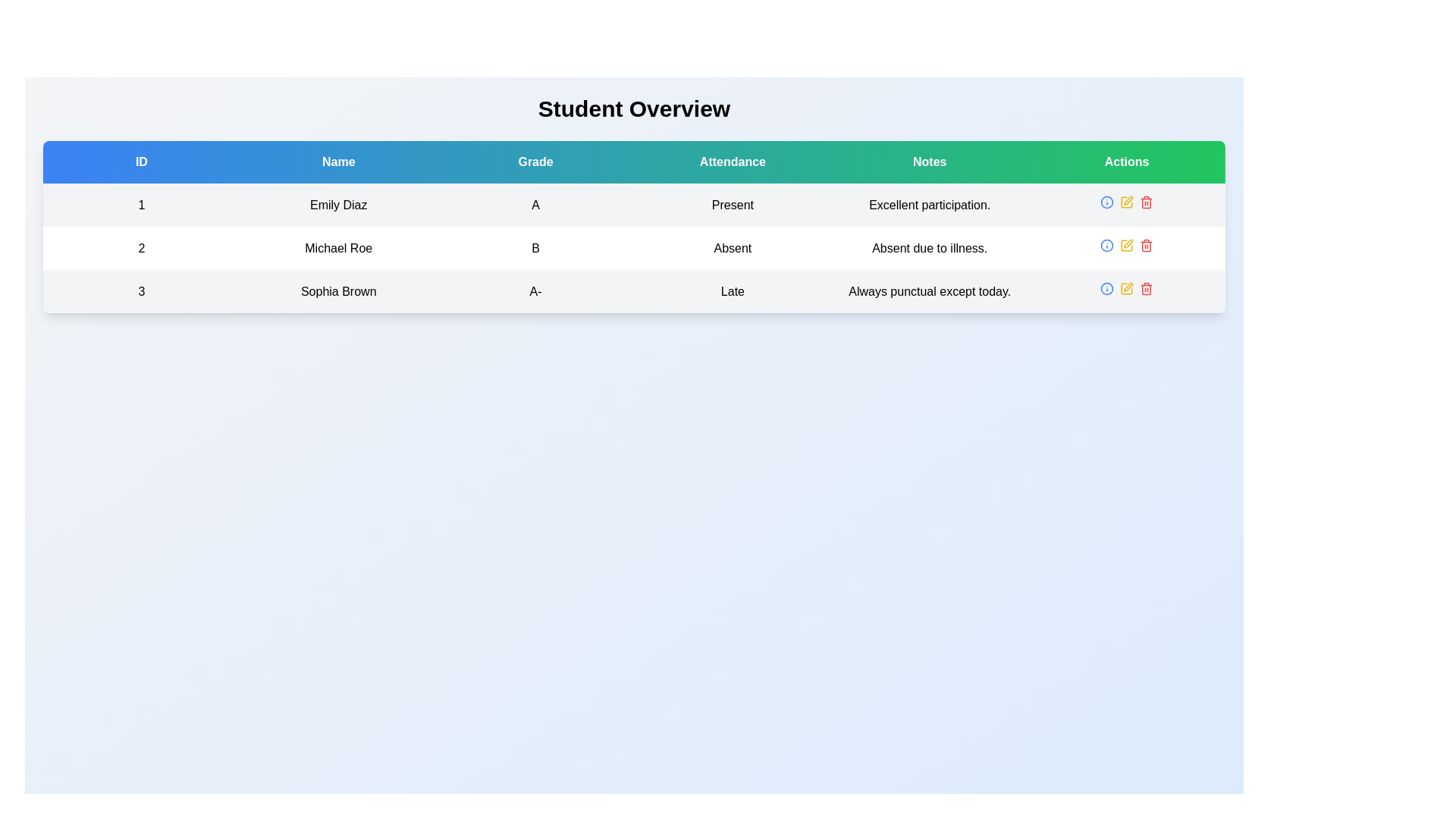 Image resolution: width=1456 pixels, height=819 pixels. What do you see at coordinates (1106, 289) in the screenshot?
I see `the decorative icon located in the 'Actions' column at the second row of the table` at bounding box center [1106, 289].